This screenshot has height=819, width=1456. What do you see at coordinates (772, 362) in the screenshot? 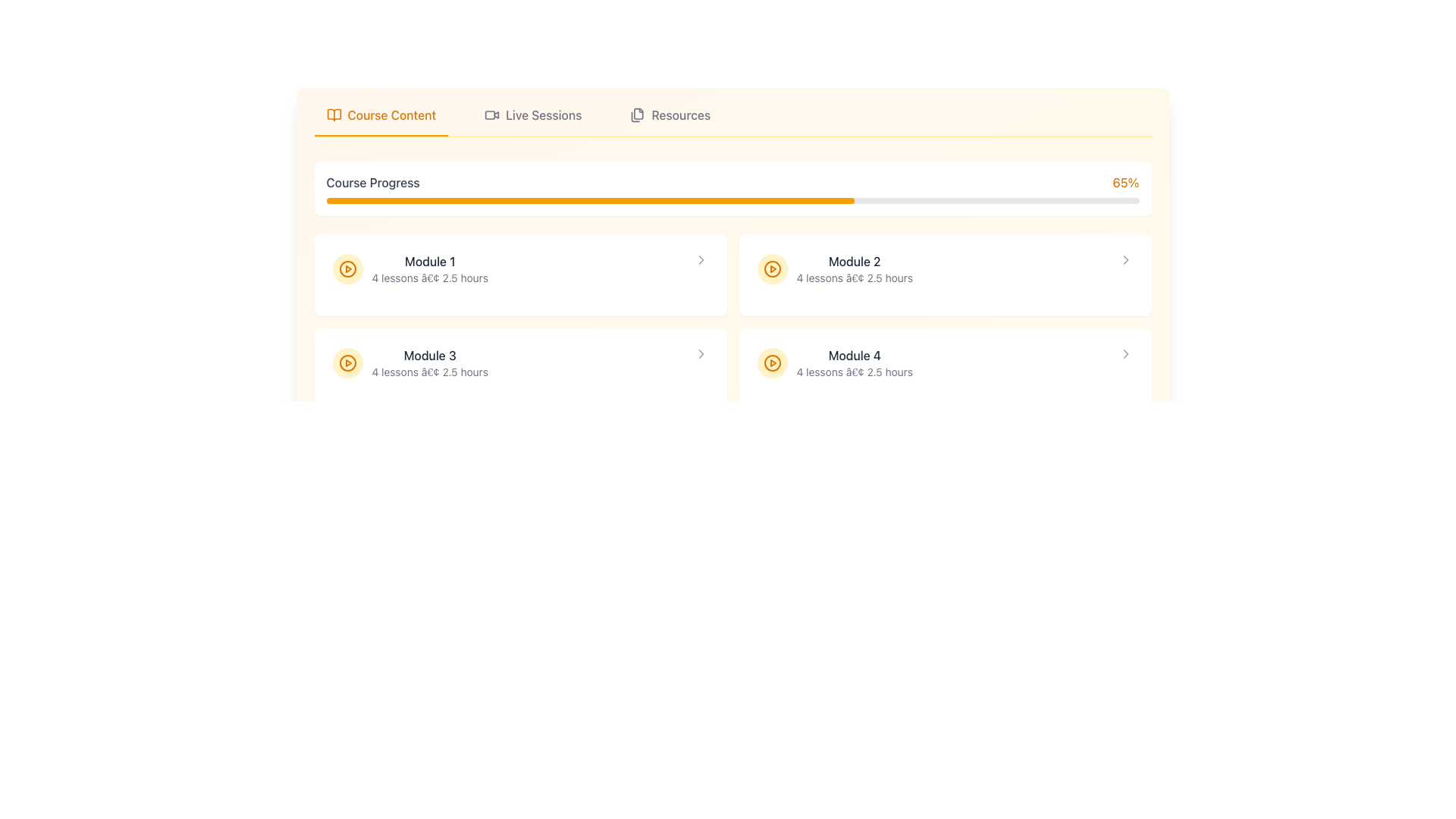
I see `the Circular icon with a play symbol` at bounding box center [772, 362].